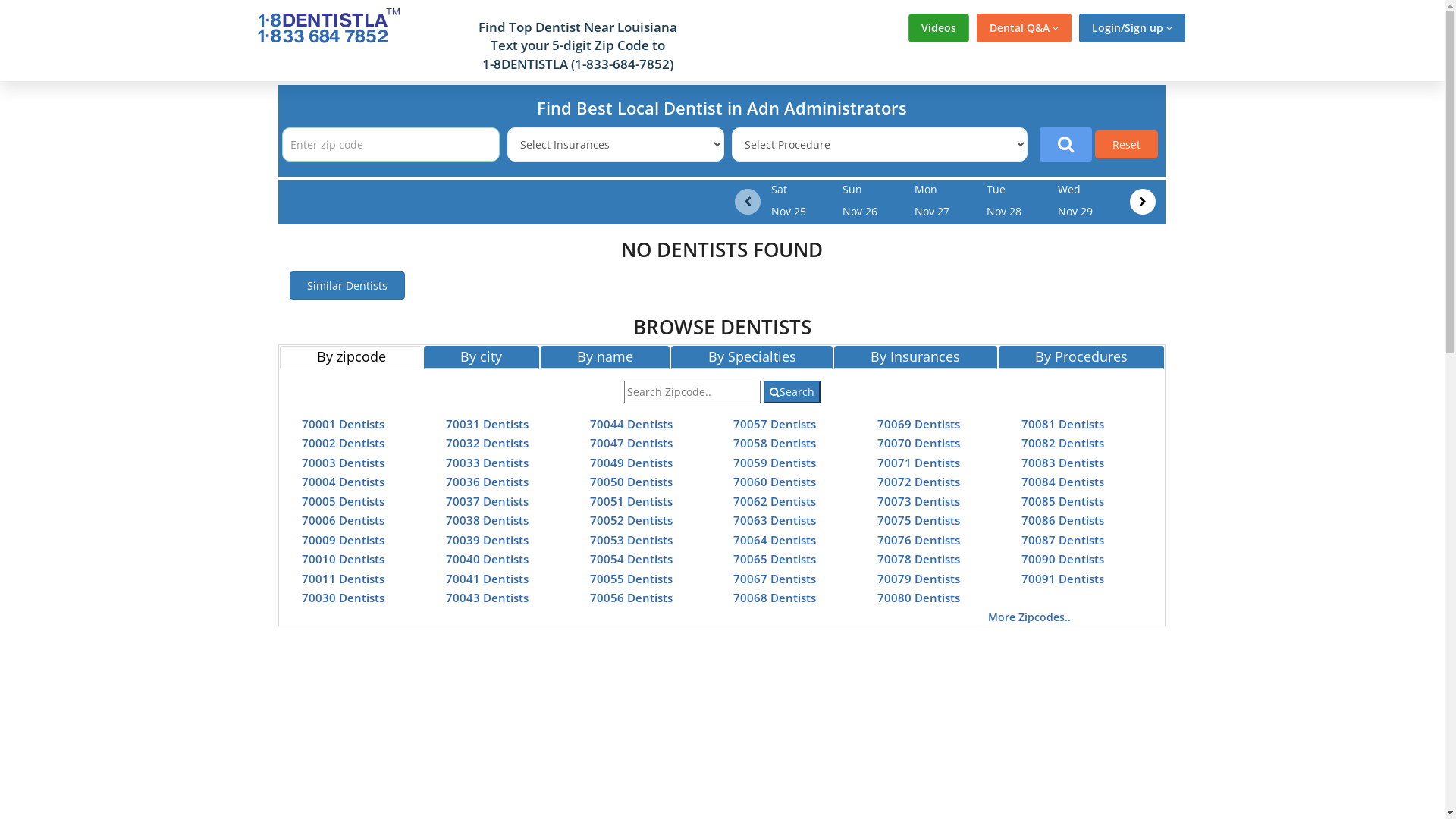  I want to click on 'More Zipcodes..', so click(987, 617).